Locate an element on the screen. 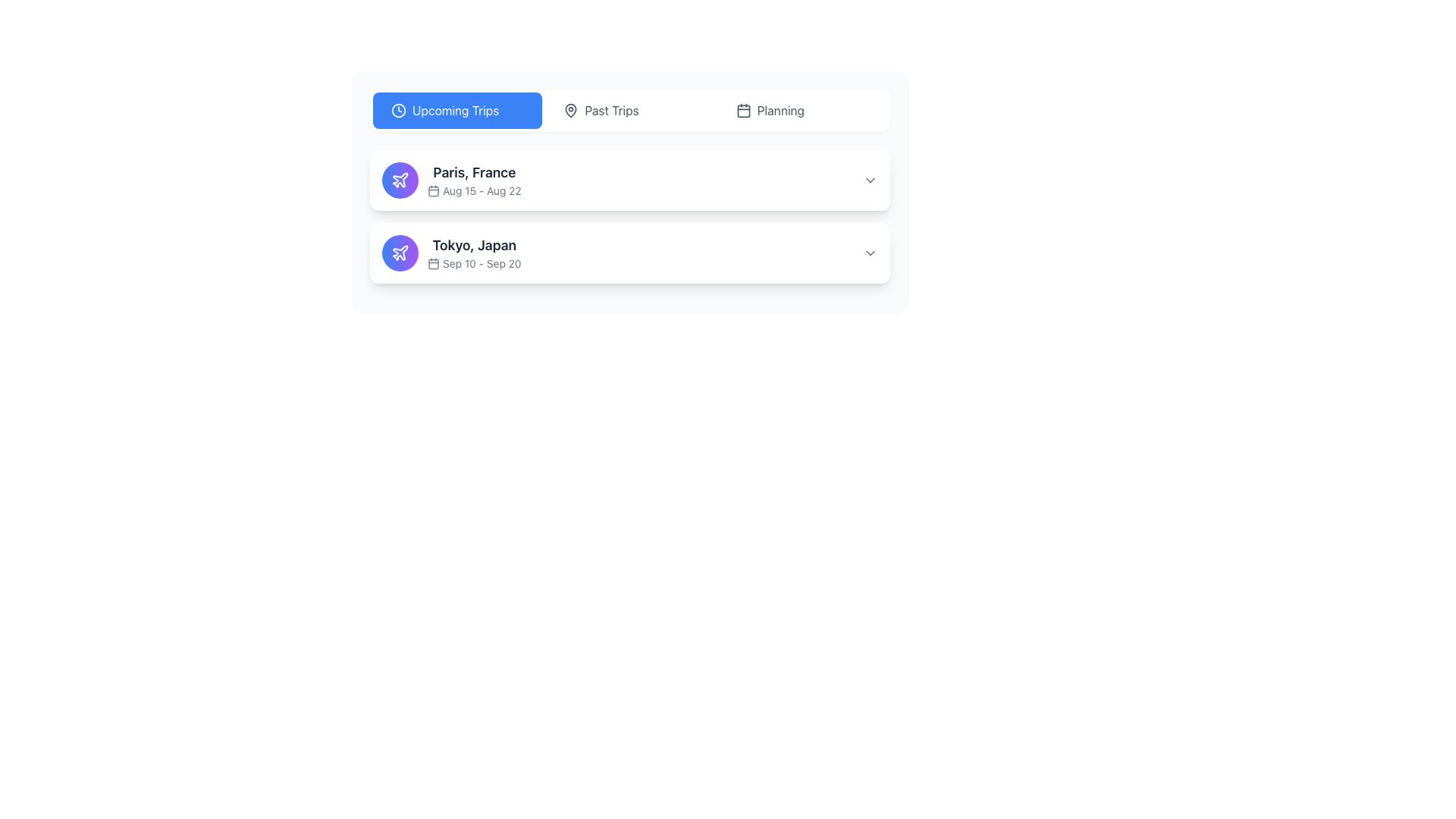 Image resolution: width=1456 pixels, height=819 pixels. the Text Label that serves as the title or main descriptor for a trip destination, positioned above the date range and aligned with an icon to the left is located at coordinates (473, 171).